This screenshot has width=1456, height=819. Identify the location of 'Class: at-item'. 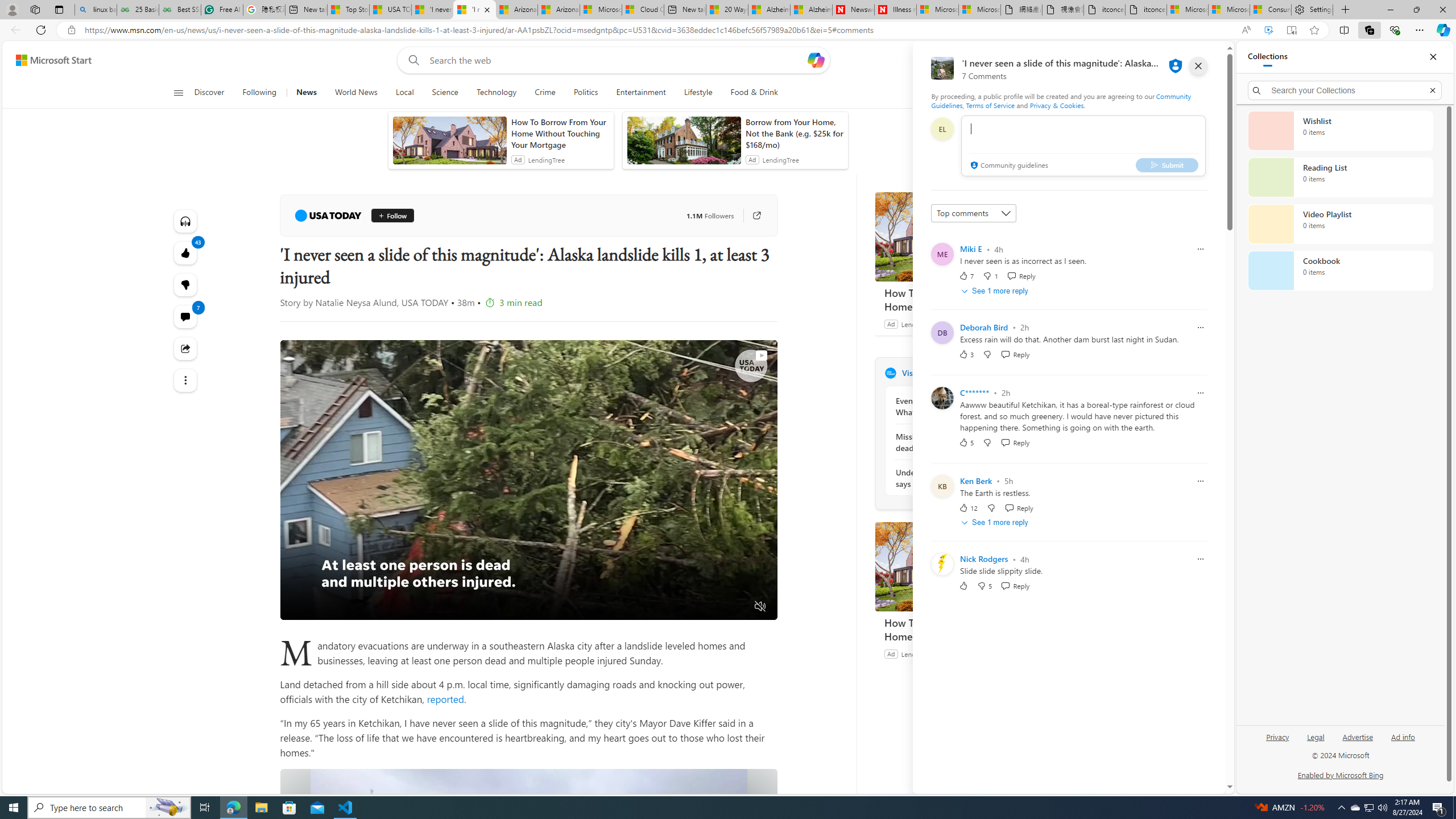
(185, 379).